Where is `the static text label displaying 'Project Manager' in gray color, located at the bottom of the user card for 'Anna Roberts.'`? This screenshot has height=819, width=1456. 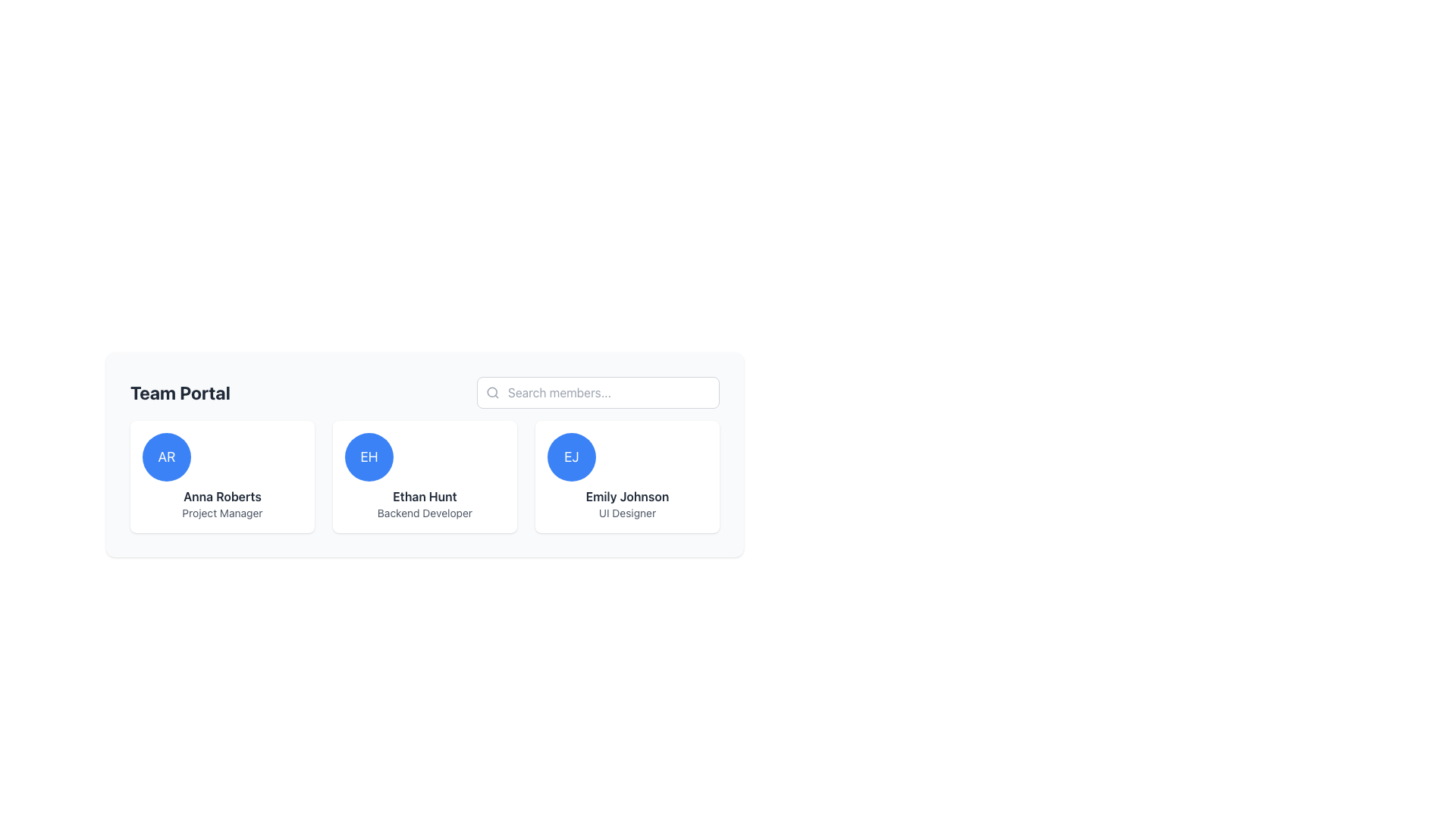
the static text label displaying 'Project Manager' in gray color, located at the bottom of the user card for 'Anna Roberts.' is located at coordinates (221, 513).